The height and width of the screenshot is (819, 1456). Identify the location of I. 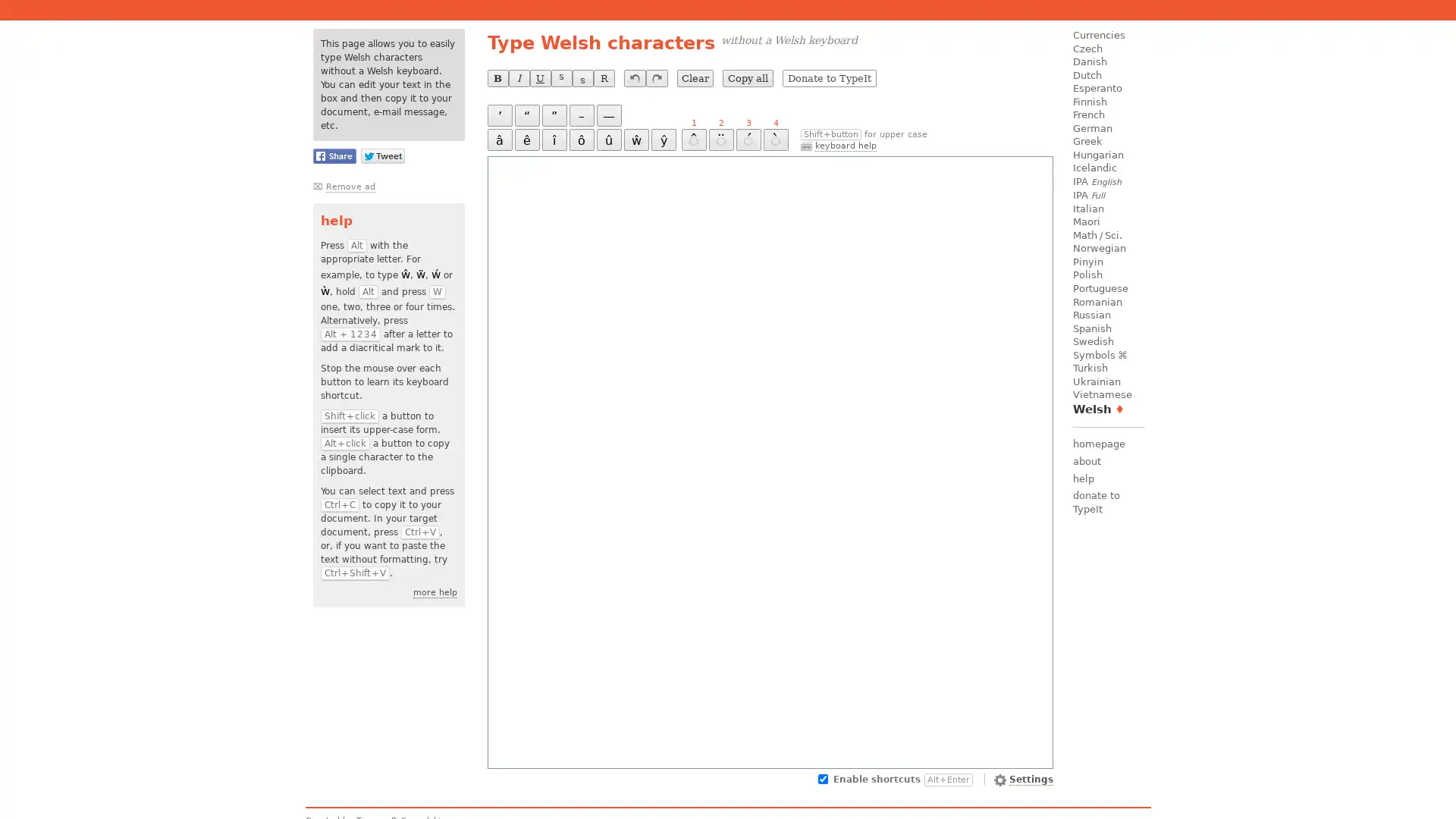
(518, 78).